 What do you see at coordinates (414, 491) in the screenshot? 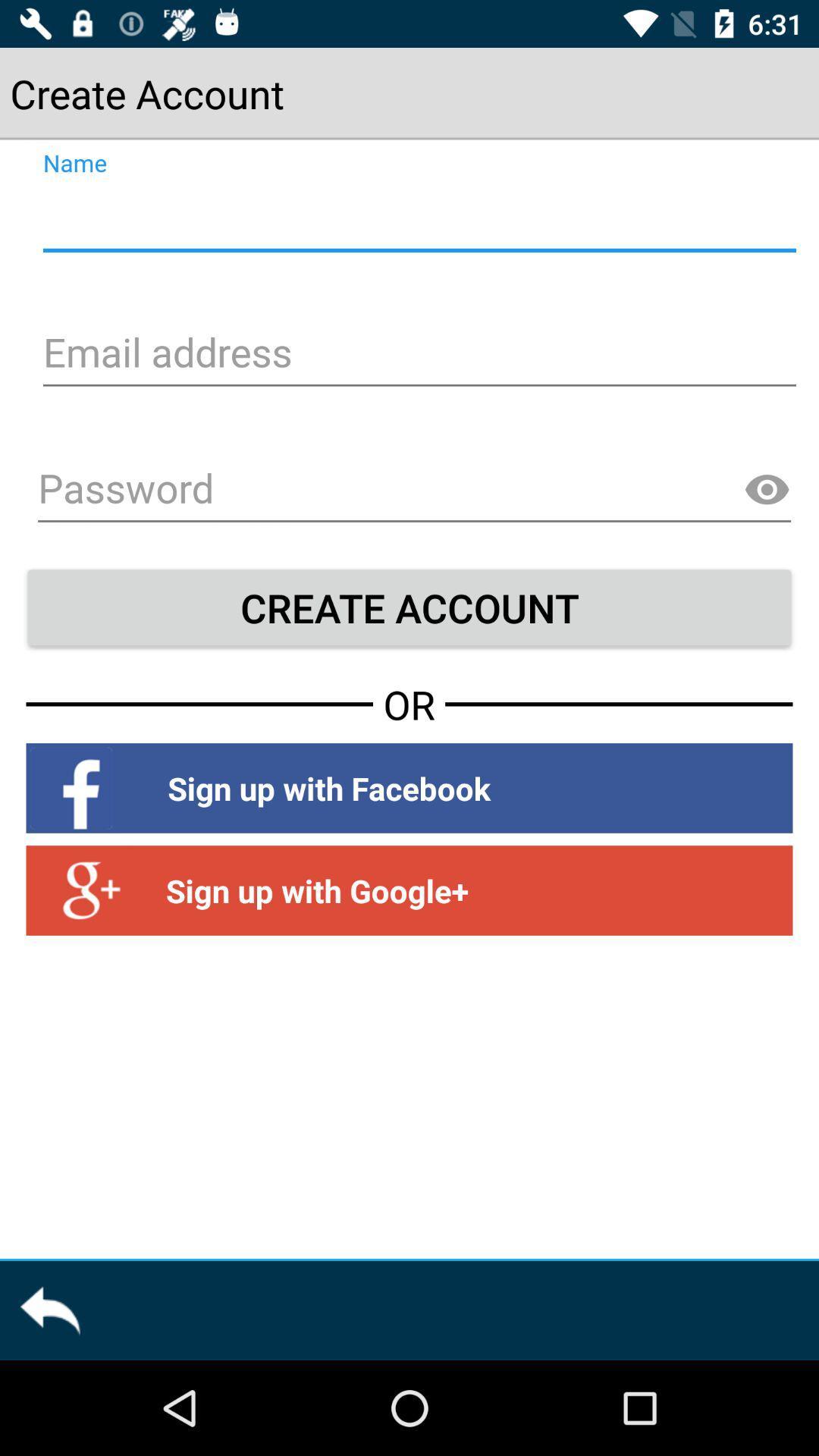
I see `password` at bounding box center [414, 491].